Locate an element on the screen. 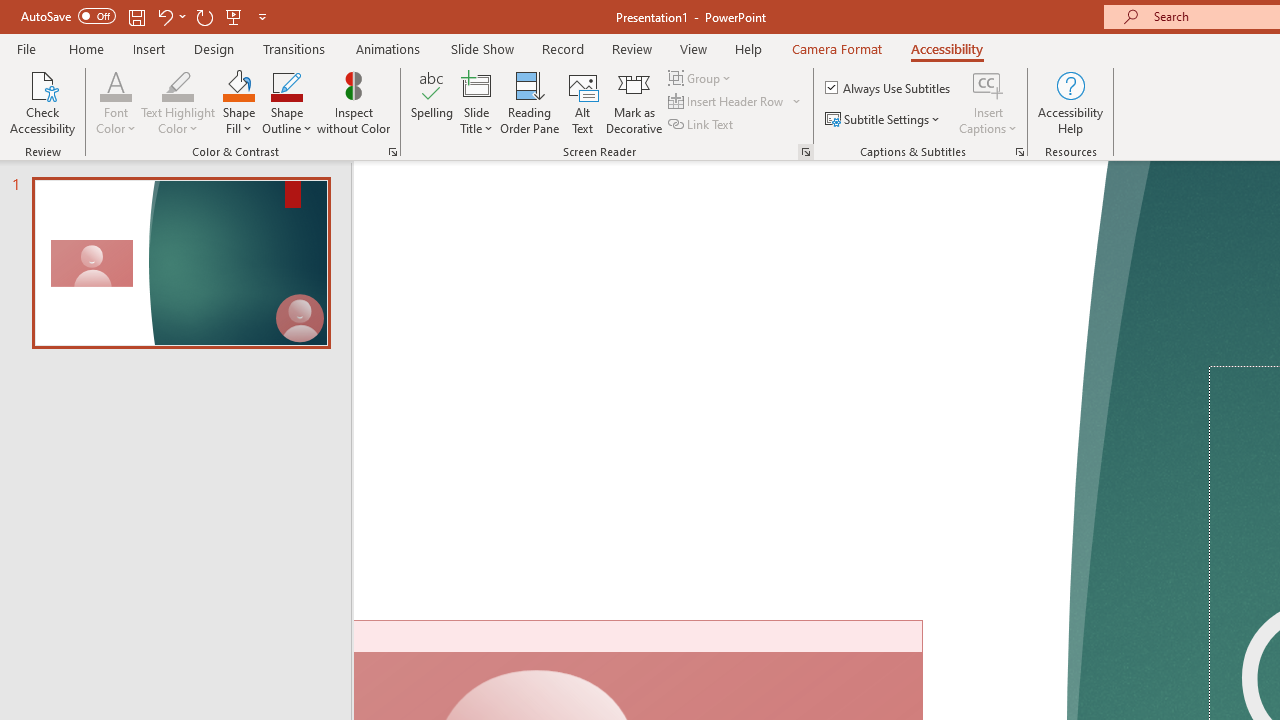 The width and height of the screenshot is (1280, 720). 'Accessibility Help' is located at coordinates (1069, 103).